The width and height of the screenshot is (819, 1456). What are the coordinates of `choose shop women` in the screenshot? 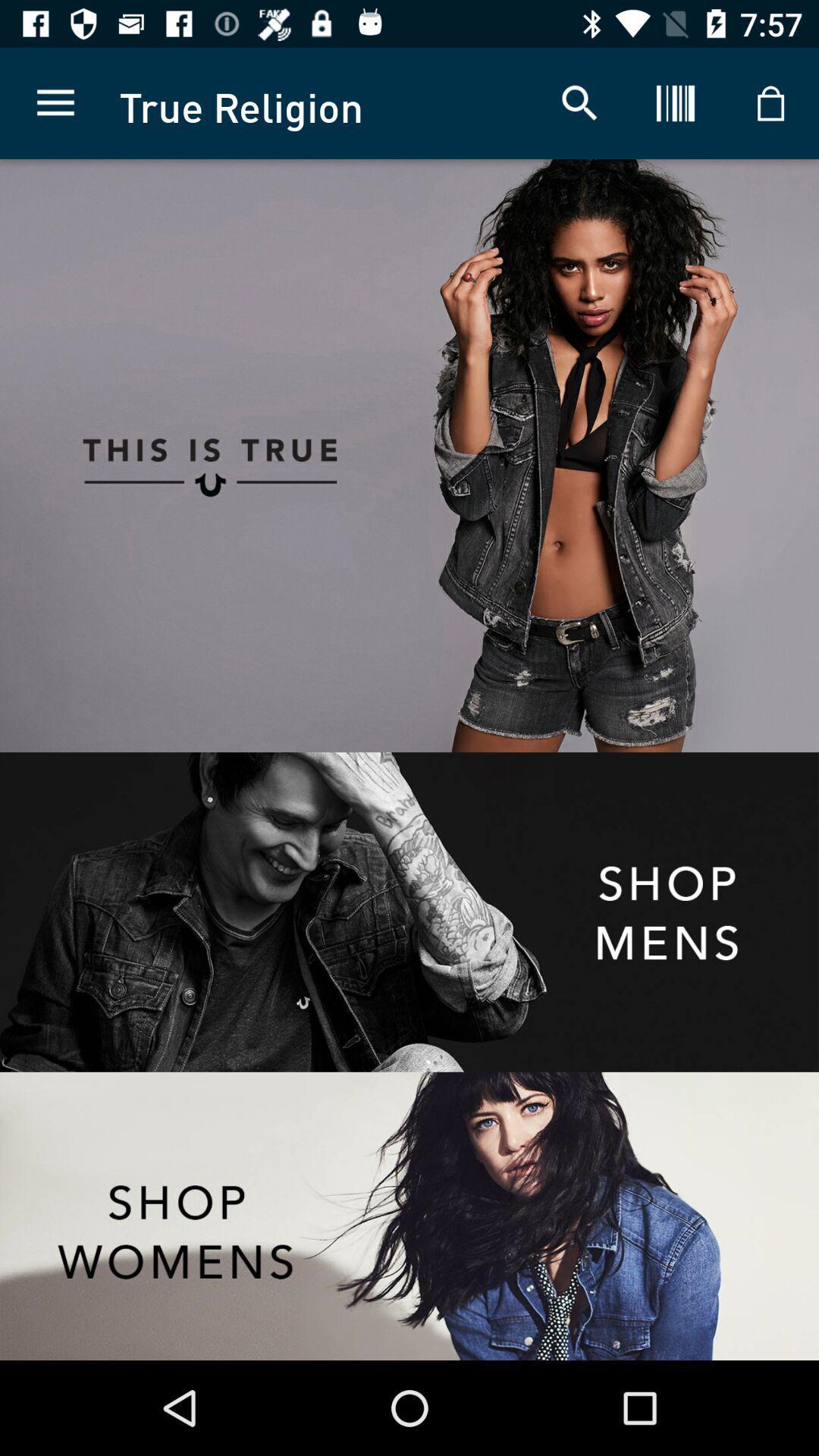 It's located at (409, 1216).